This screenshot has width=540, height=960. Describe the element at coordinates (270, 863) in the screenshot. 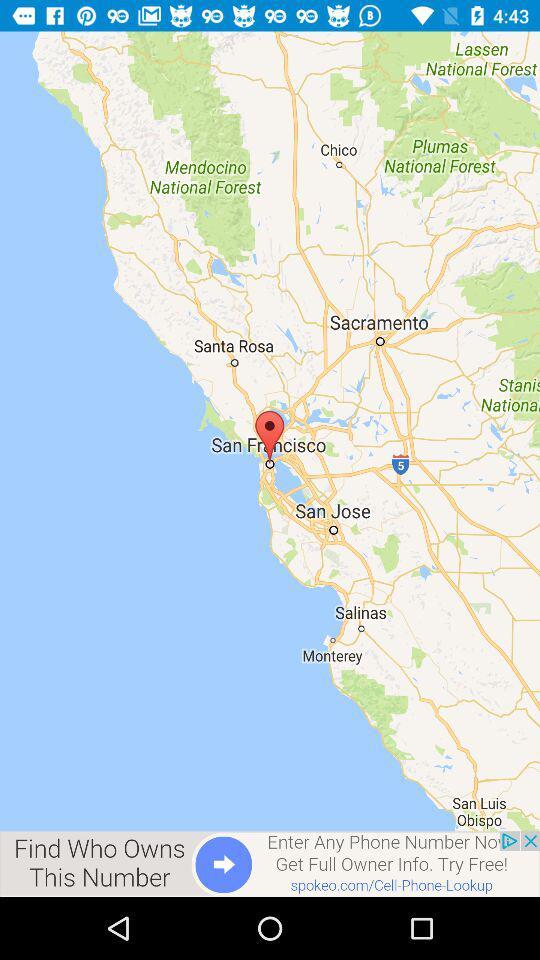

I see `advertisement for phone numbers` at that location.